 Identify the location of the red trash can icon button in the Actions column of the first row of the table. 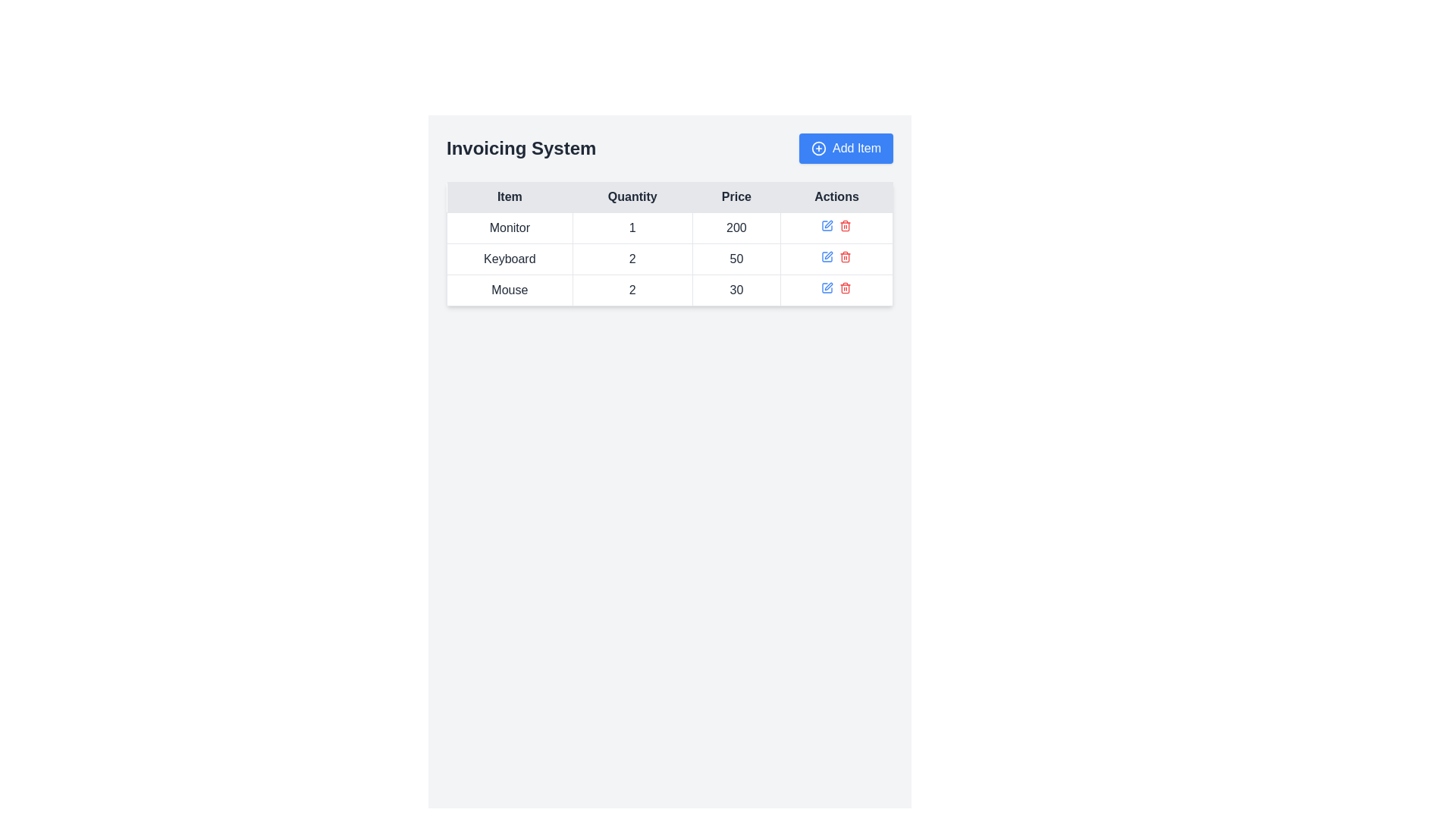
(845, 225).